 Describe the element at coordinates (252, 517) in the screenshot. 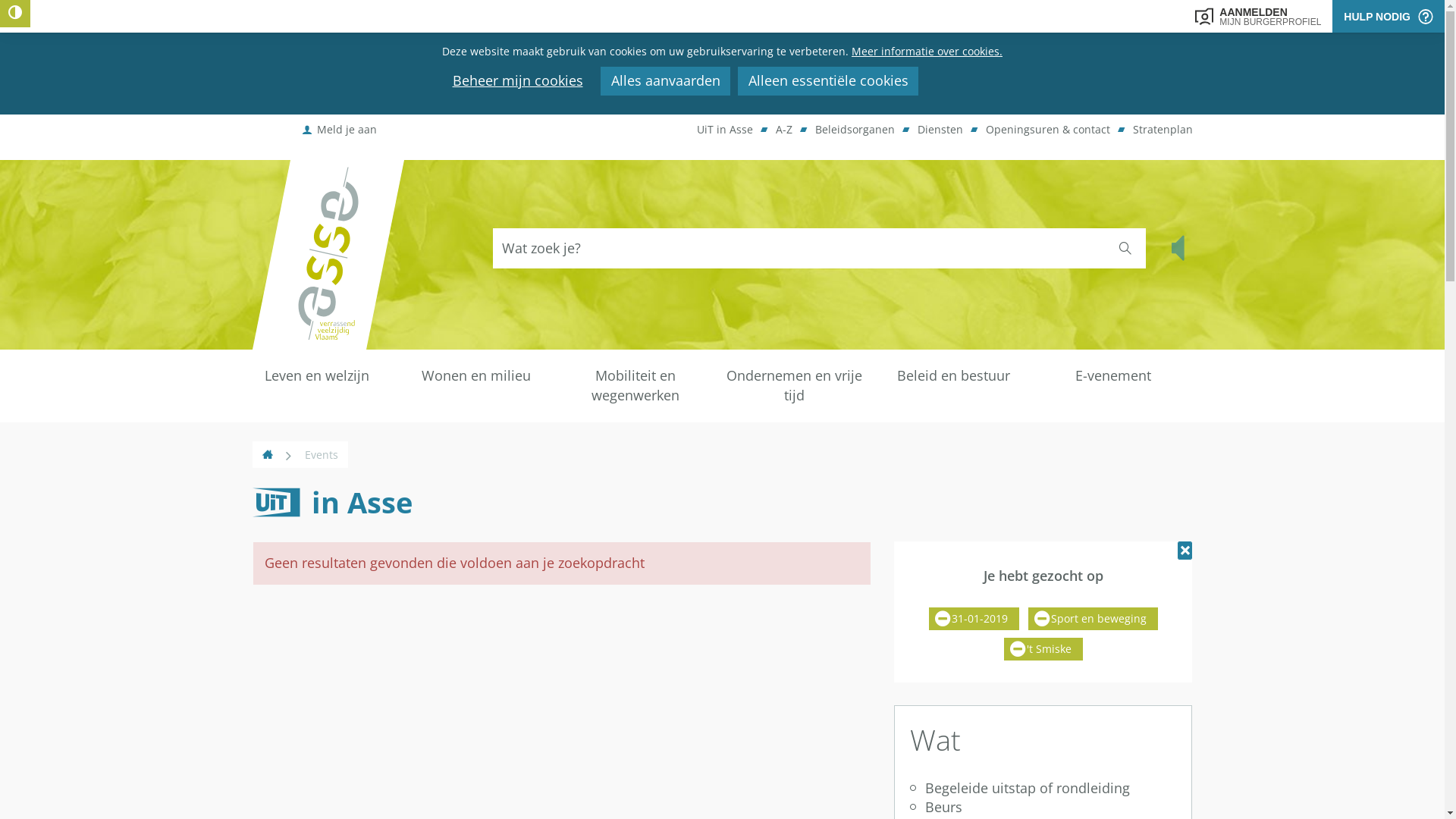

I see `'rss'` at that location.